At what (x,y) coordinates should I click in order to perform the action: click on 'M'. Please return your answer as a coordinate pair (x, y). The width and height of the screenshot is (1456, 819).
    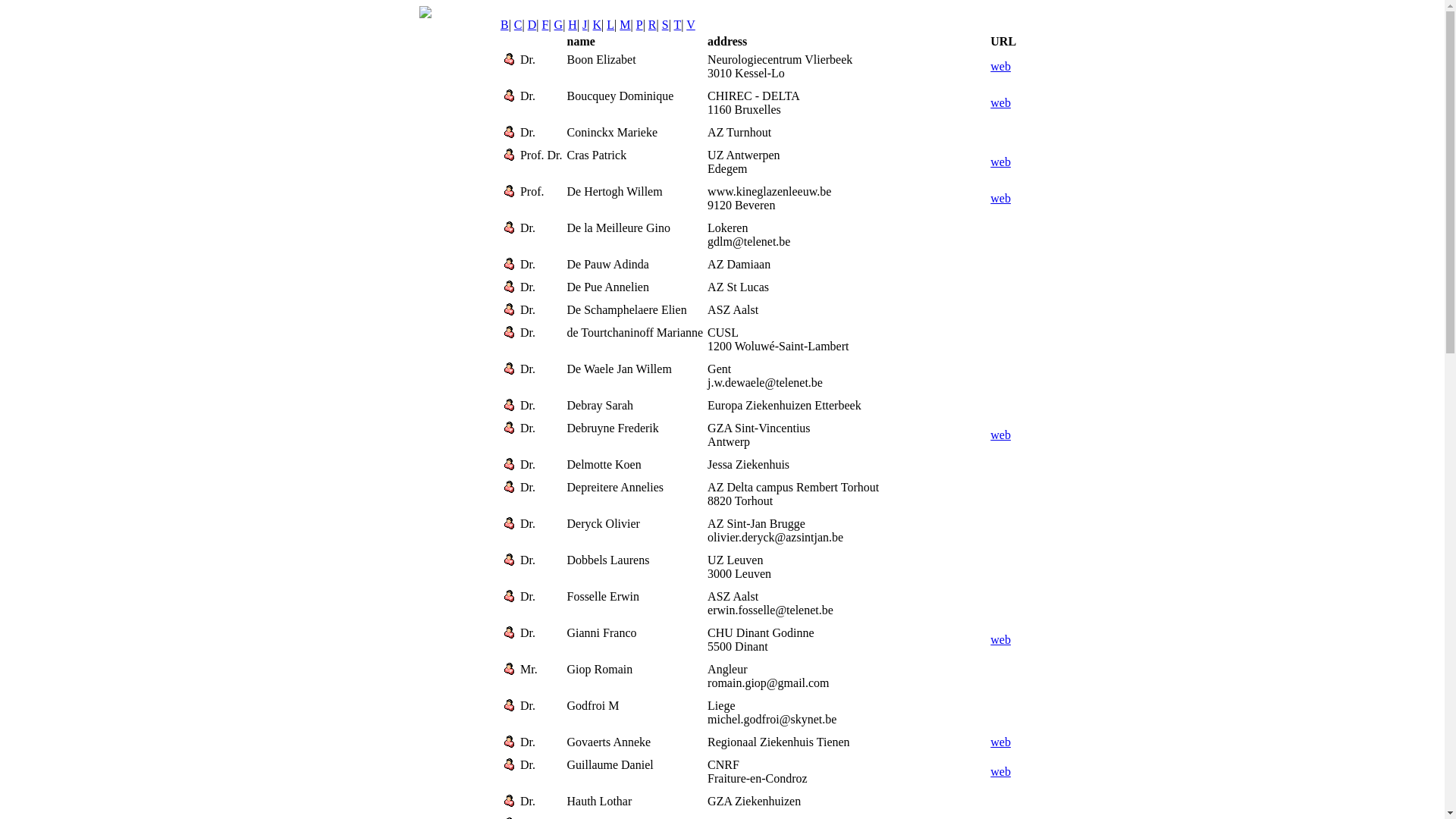
    Looking at the image, I should click on (619, 24).